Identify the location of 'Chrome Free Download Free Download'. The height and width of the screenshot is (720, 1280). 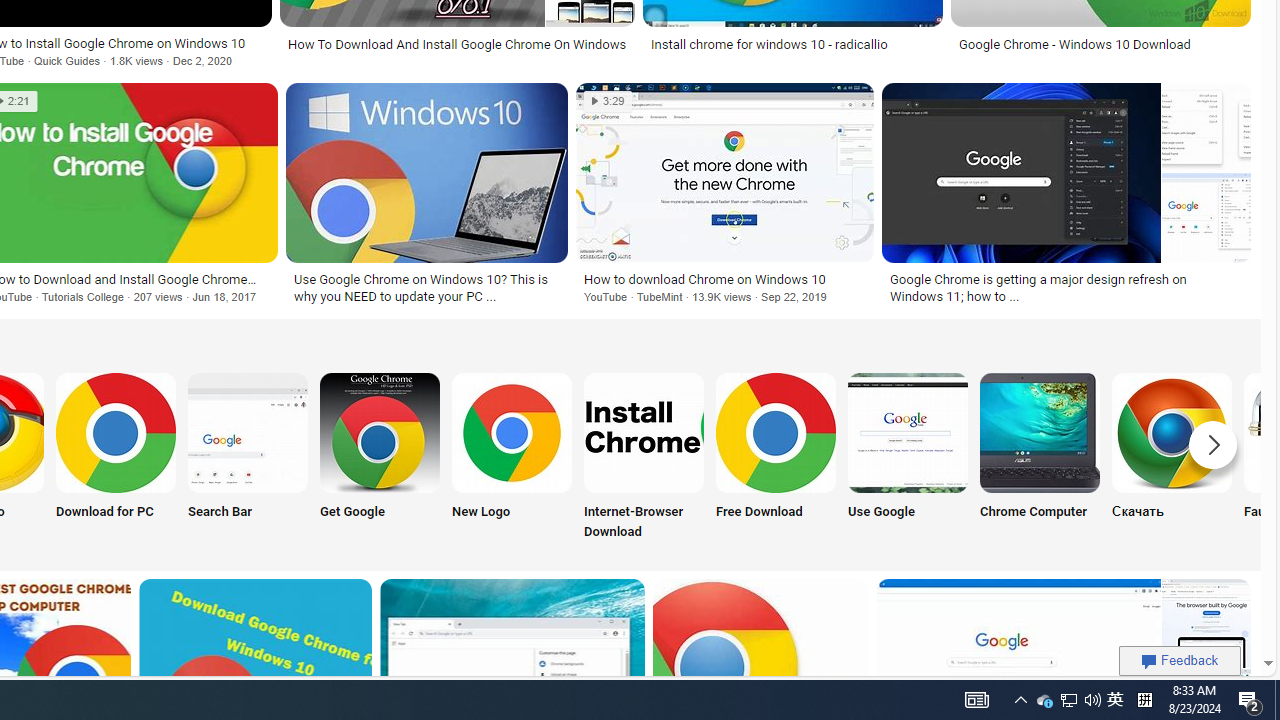
(774, 458).